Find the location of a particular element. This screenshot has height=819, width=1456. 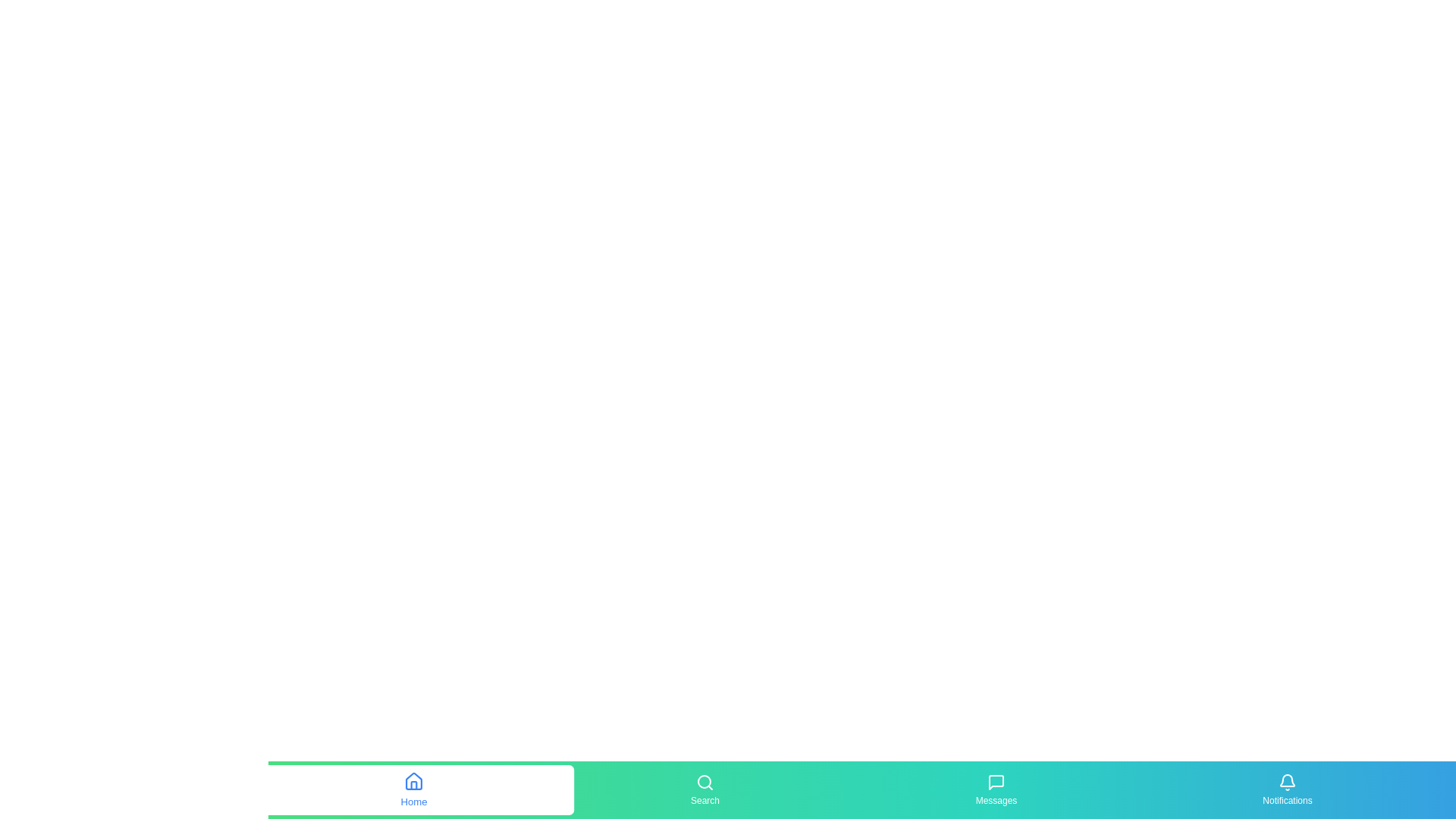

the Notifications button to observe its hover effect is located at coordinates (1287, 789).